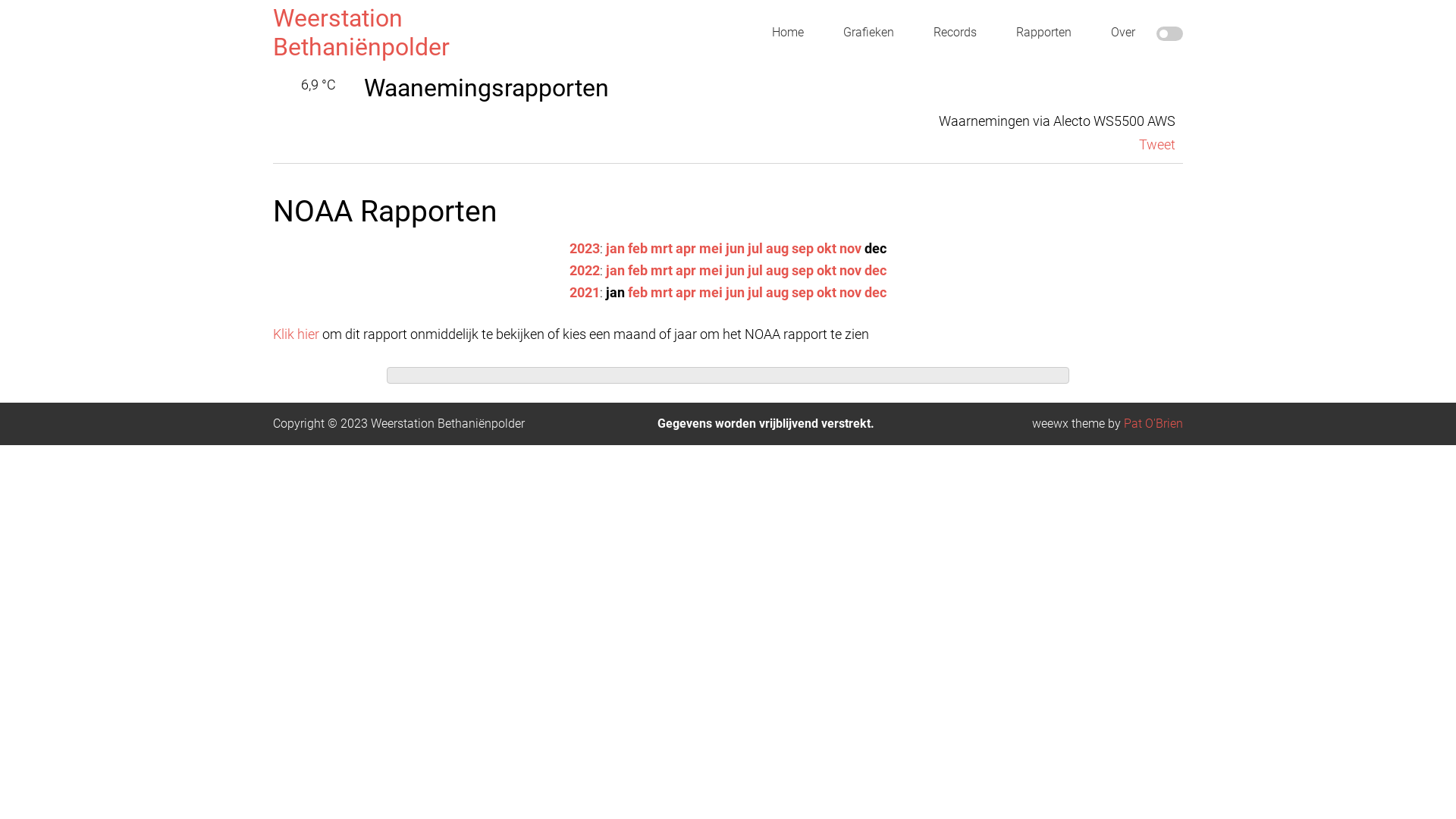 The height and width of the screenshot is (819, 1456). Describe the element at coordinates (637, 247) in the screenshot. I see `'feb'` at that location.